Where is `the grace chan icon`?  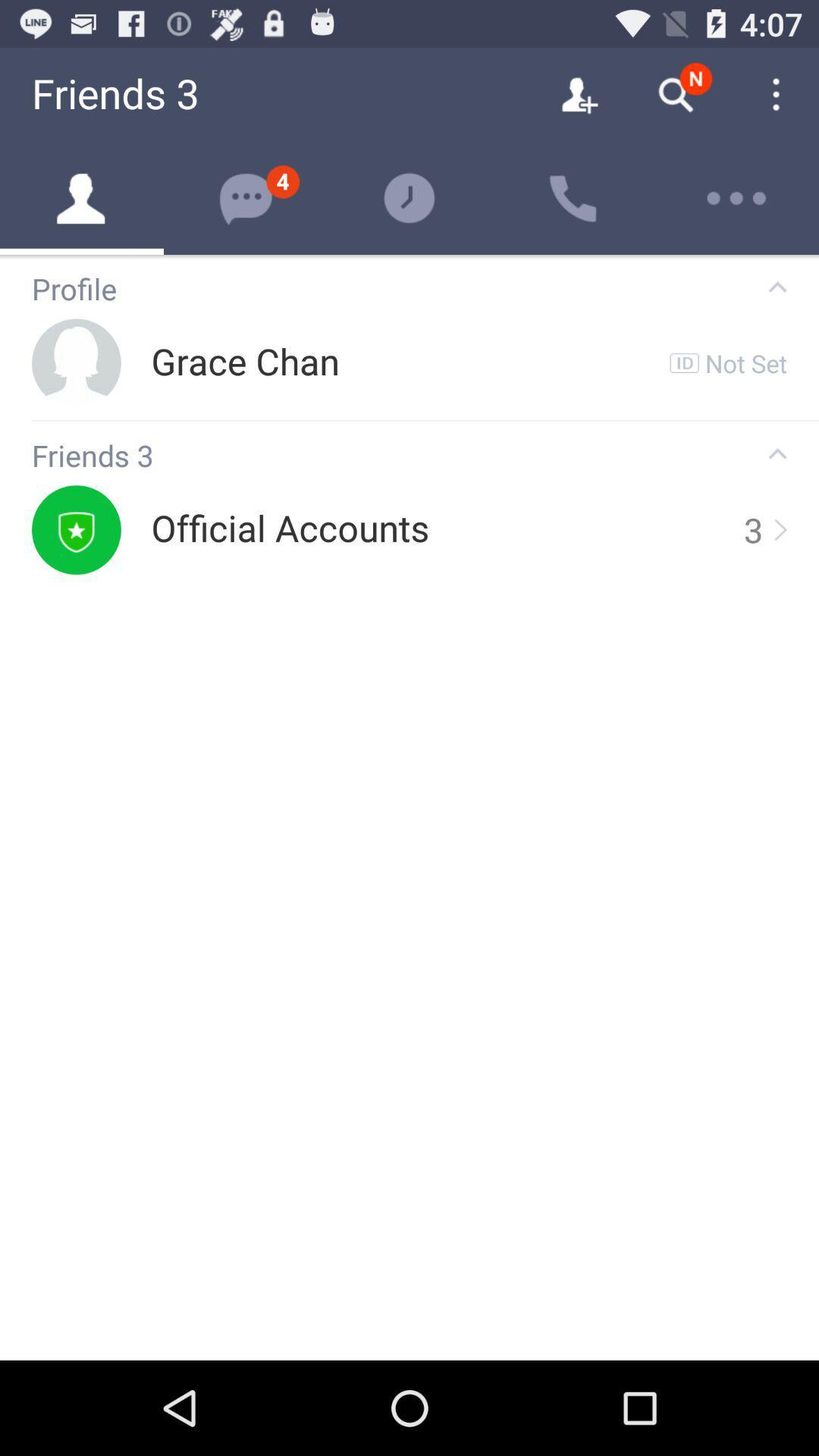
the grace chan icon is located at coordinates (244, 362).